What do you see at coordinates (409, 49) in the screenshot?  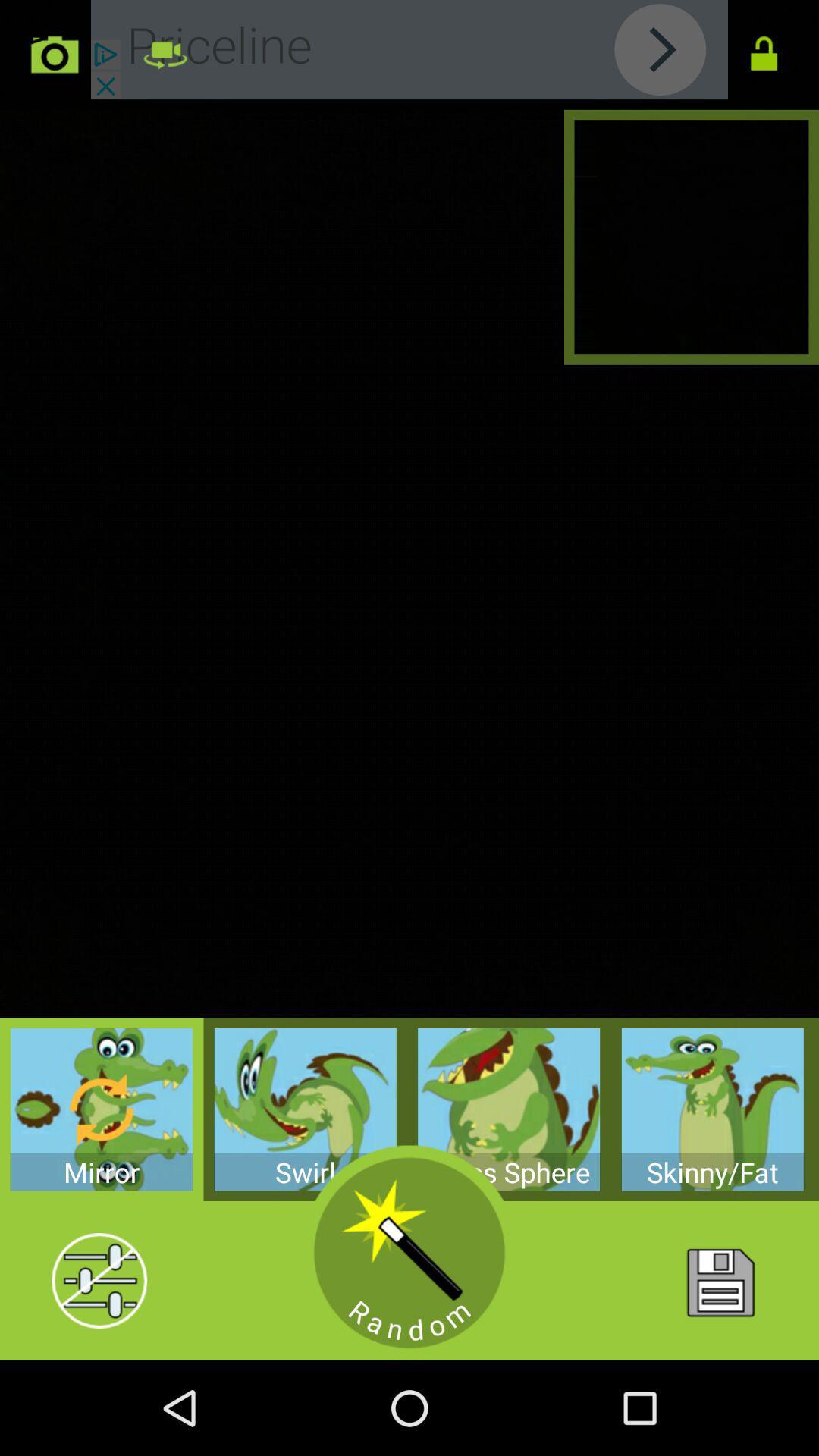 I see `advertisement button` at bounding box center [409, 49].